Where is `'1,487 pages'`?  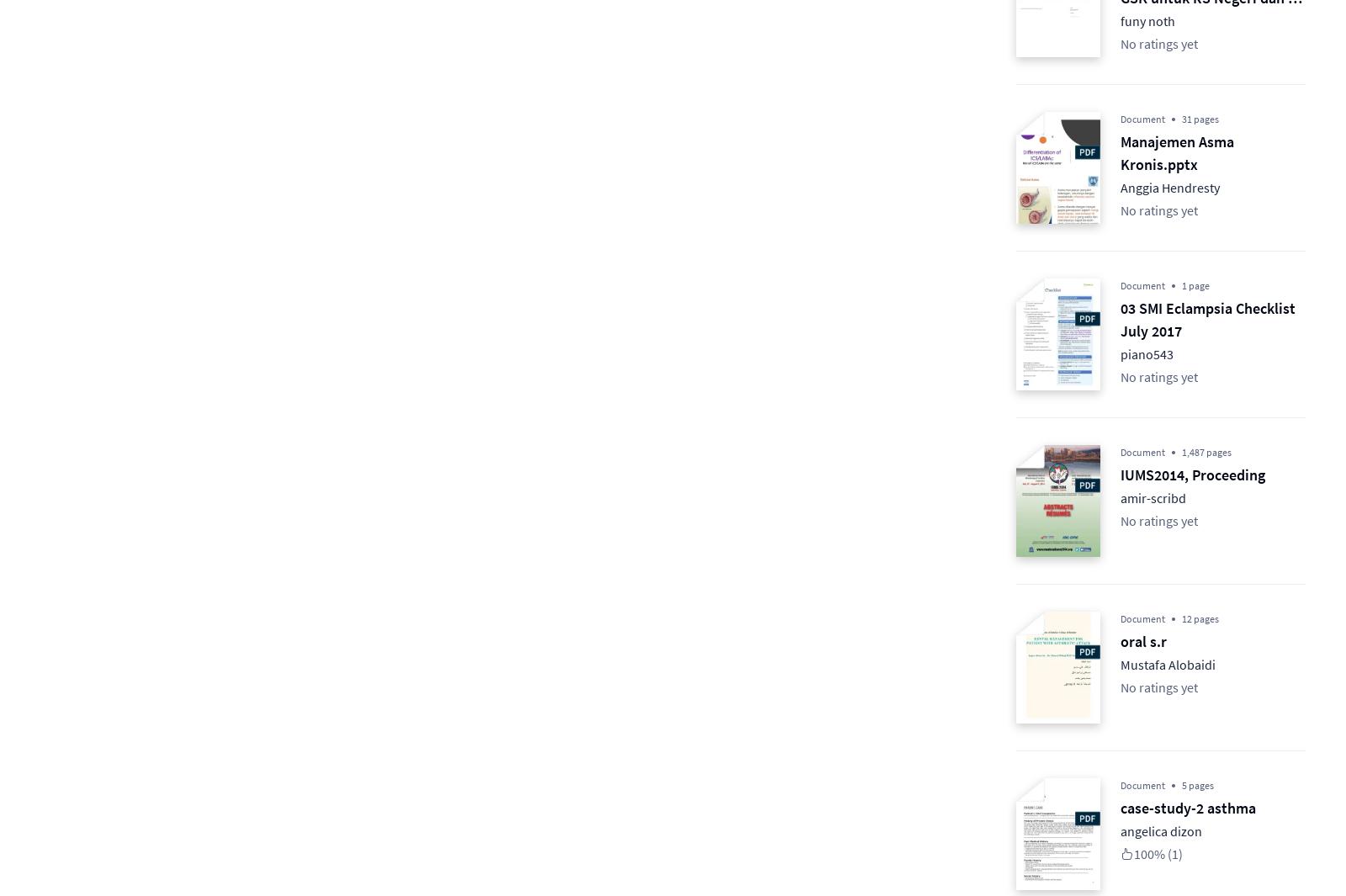 '1,487 pages' is located at coordinates (1181, 452).